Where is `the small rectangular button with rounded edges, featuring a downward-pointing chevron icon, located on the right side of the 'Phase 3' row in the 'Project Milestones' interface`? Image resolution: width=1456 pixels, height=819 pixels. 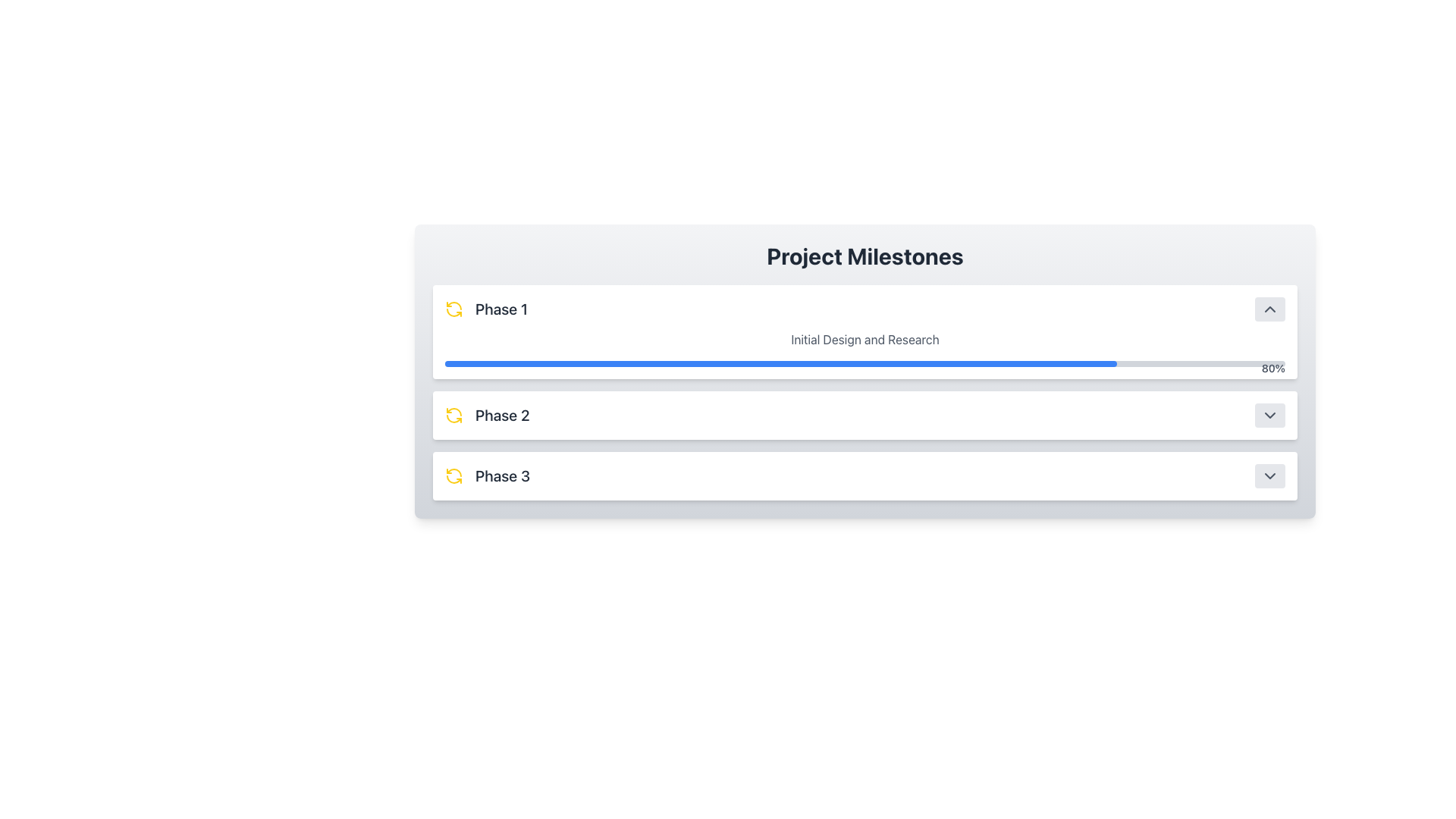 the small rectangular button with rounded edges, featuring a downward-pointing chevron icon, located on the right side of the 'Phase 3' row in the 'Project Milestones' interface is located at coordinates (1270, 475).